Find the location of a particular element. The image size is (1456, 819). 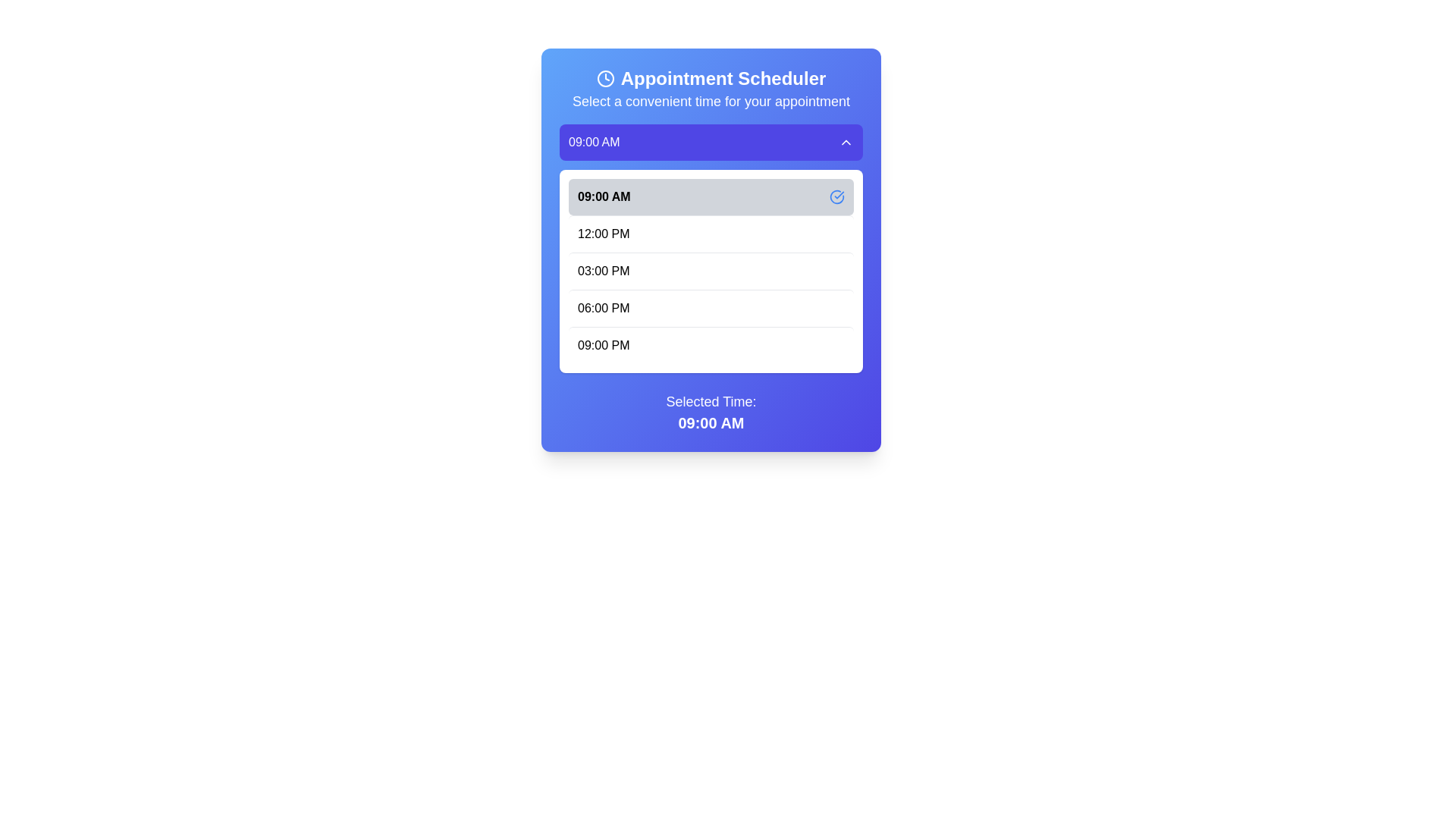

the static text label displaying 'Select a convenient time for your appointment', which is located below the title 'Appointment Scheduler' is located at coordinates (710, 102).